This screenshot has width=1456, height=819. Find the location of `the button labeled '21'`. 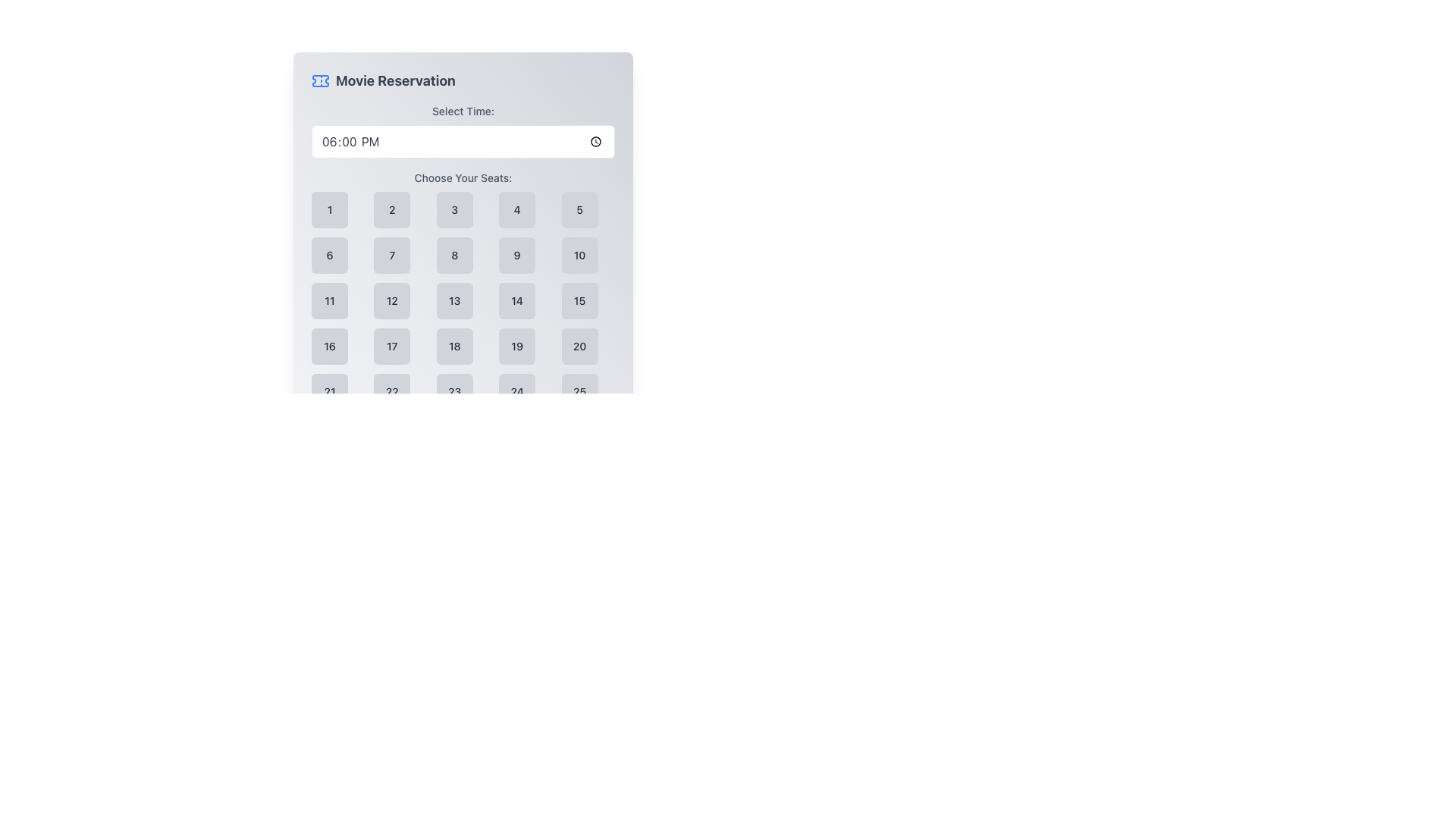

the button labeled '21' is located at coordinates (329, 391).